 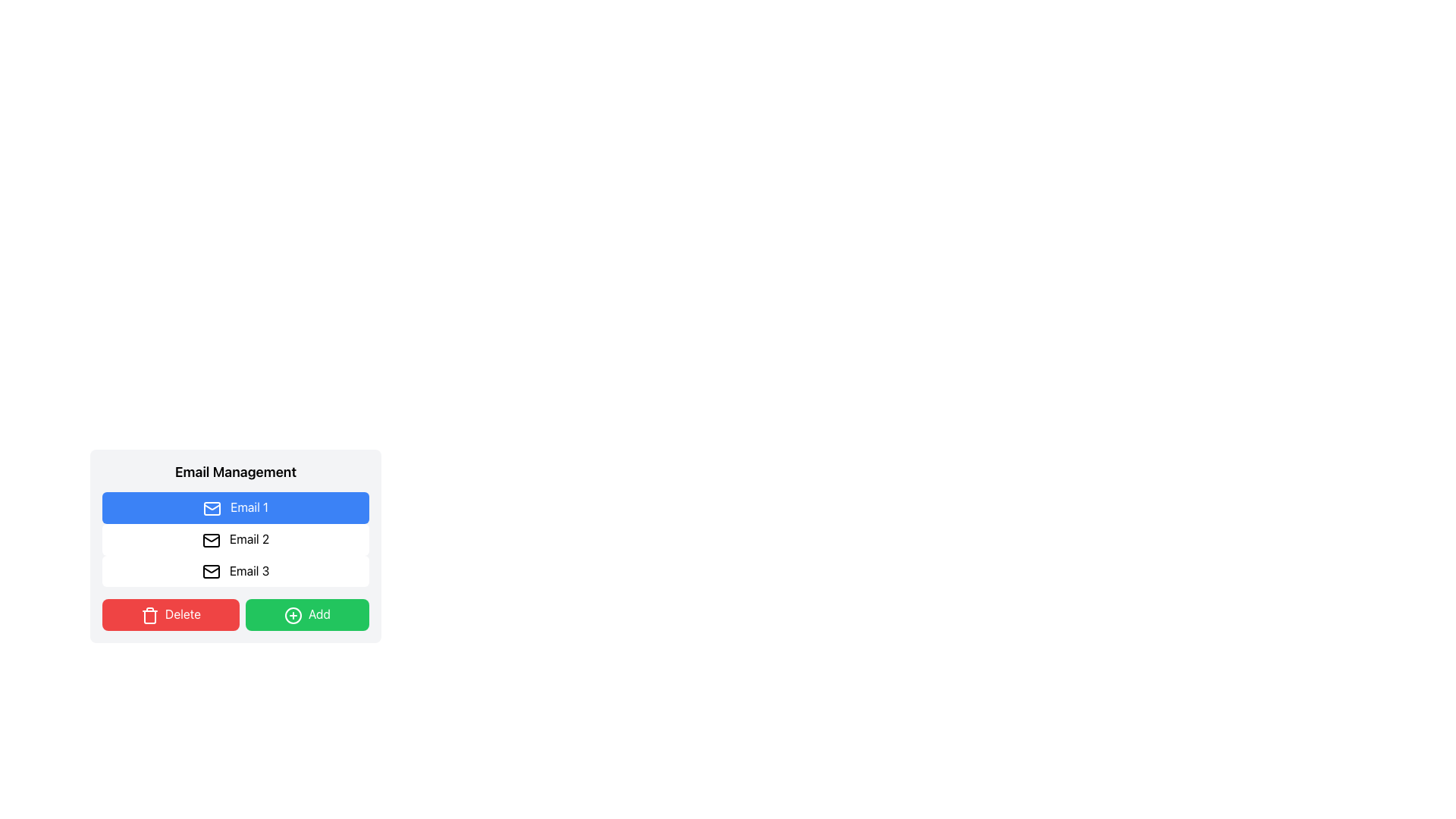 What do you see at coordinates (235, 507) in the screenshot?
I see `the blue button with the text 'Email 1' and an envelope icon, which is the first button in the vertical stack of Email Management buttons` at bounding box center [235, 507].